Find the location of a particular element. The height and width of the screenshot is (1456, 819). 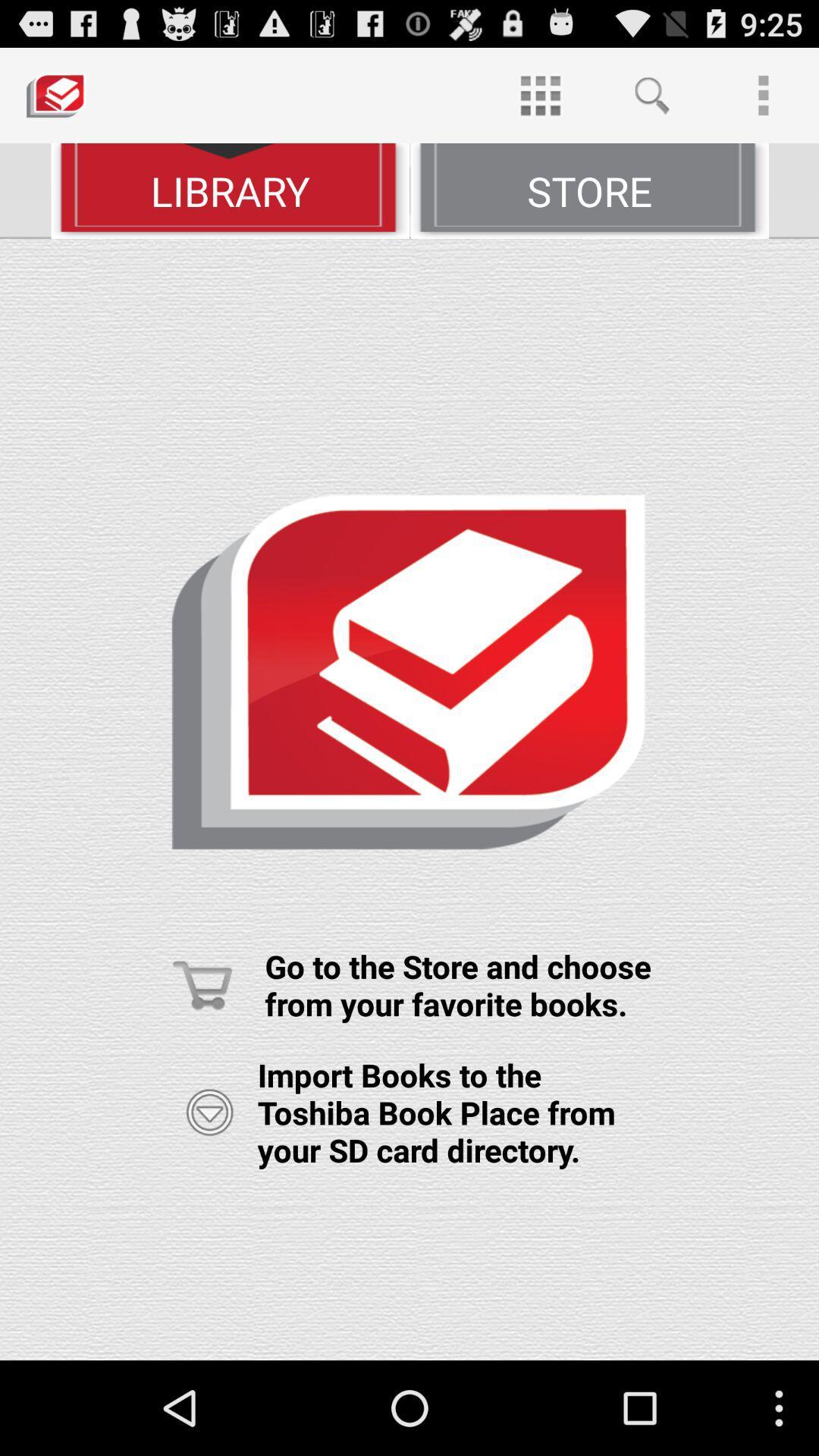

go get a fravorit book is located at coordinates (409, 799).